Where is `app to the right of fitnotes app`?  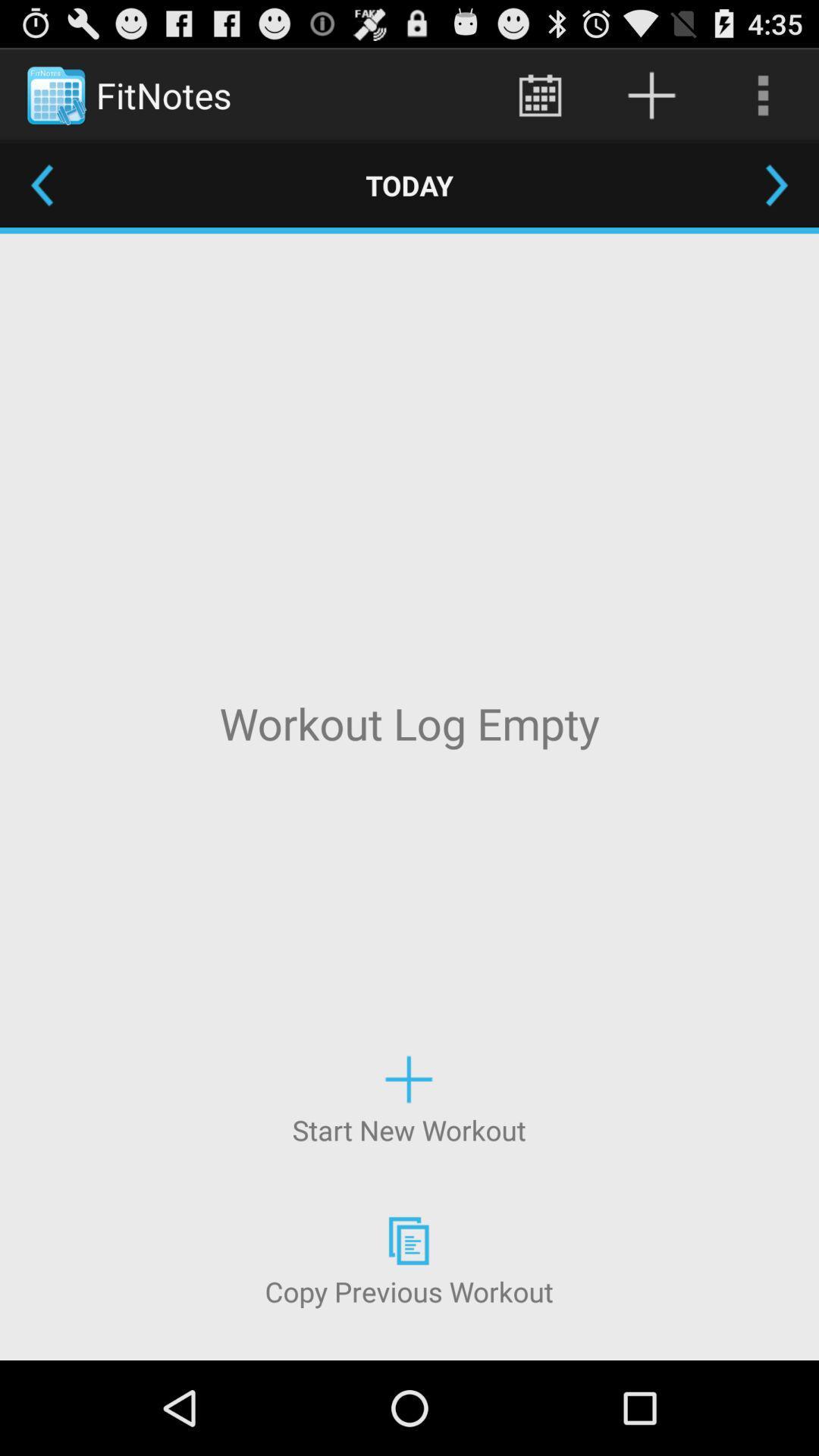
app to the right of fitnotes app is located at coordinates (539, 94).